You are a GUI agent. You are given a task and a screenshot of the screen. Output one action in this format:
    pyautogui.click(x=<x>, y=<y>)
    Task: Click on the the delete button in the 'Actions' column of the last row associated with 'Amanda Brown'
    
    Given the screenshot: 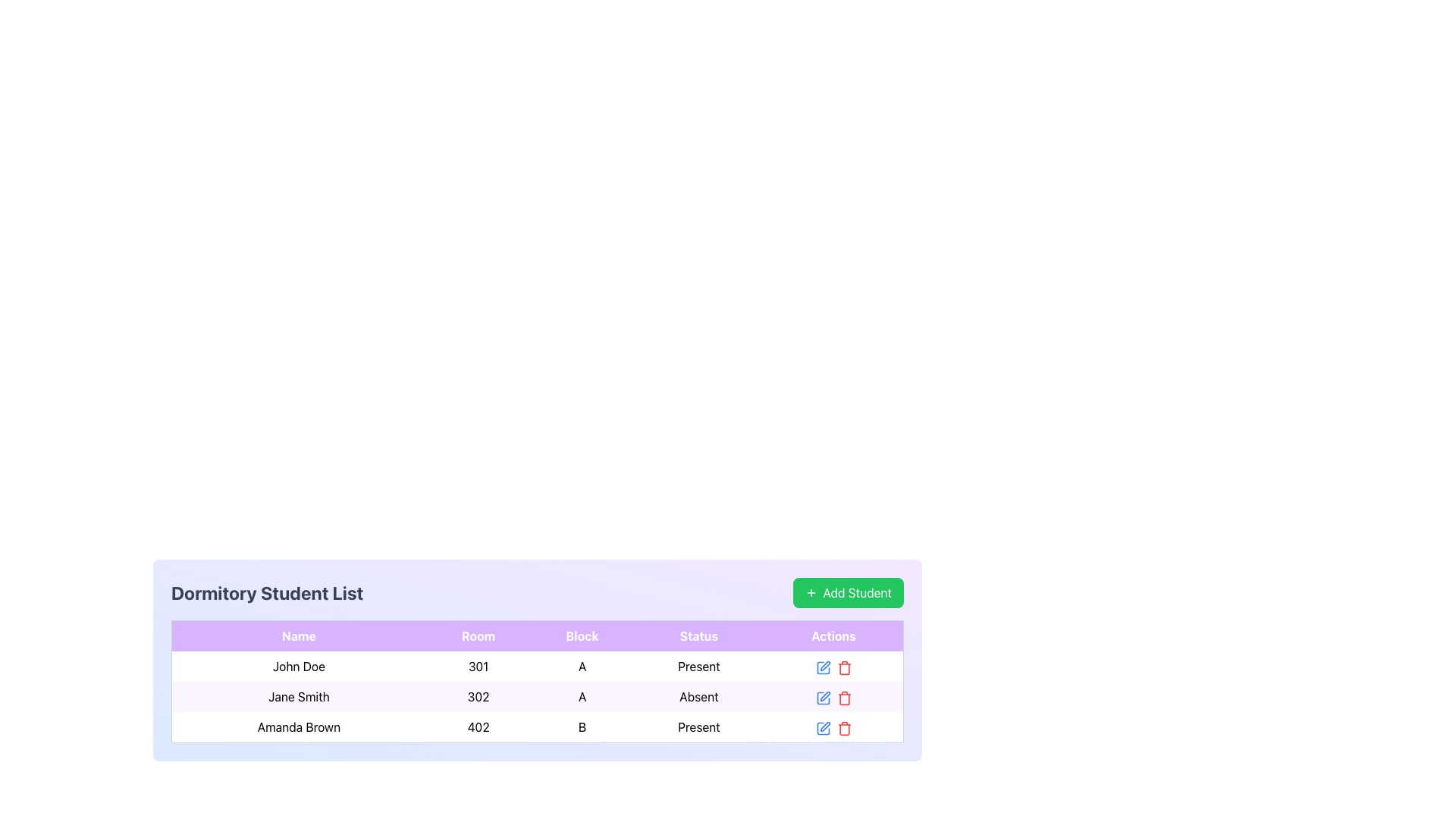 What is the action you would take?
    pyautogui.click(x=833, y=726)
    